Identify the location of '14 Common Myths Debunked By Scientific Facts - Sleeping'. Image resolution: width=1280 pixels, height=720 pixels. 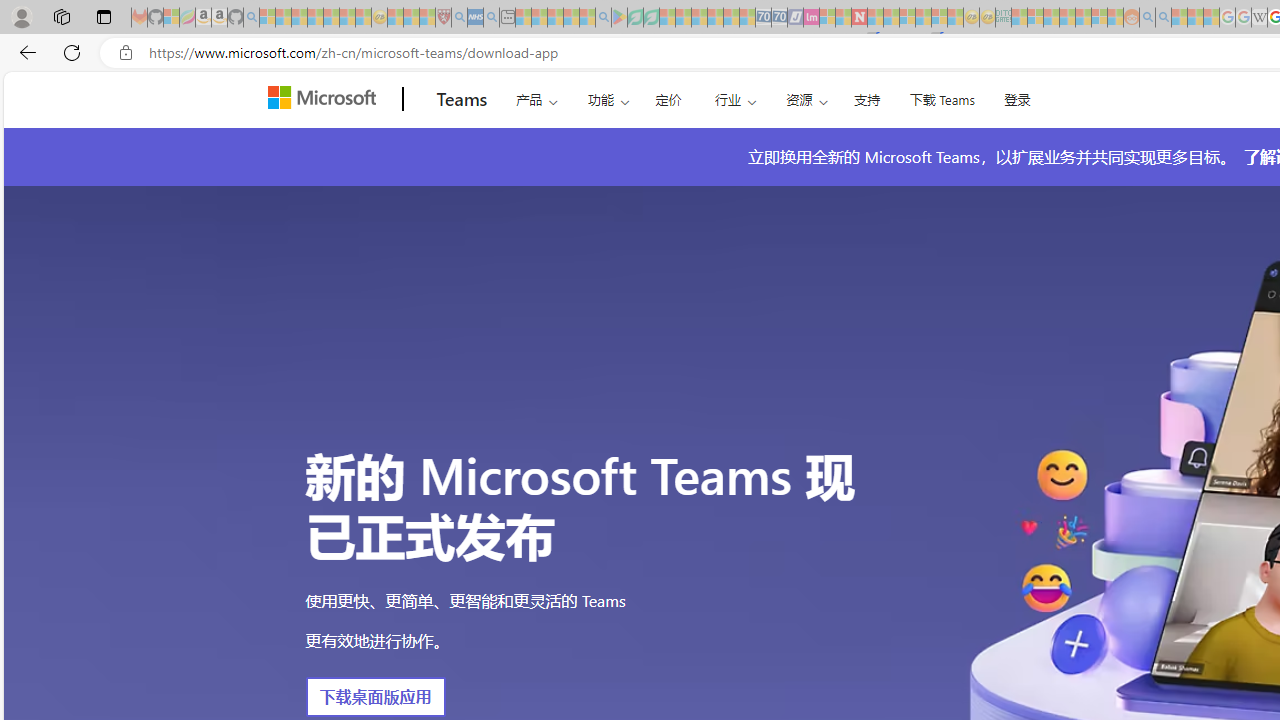
(890, 17).